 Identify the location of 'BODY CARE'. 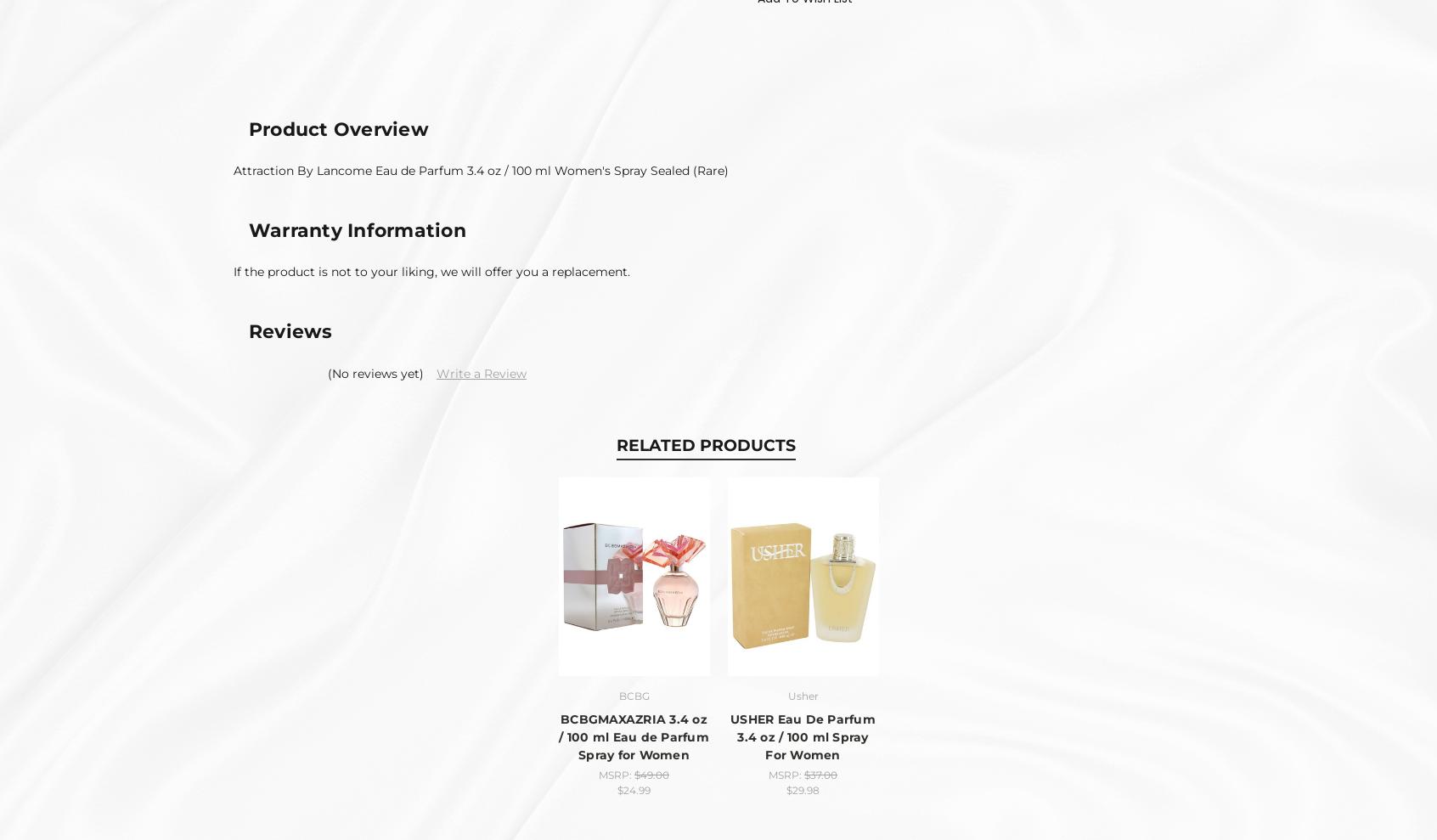
(504, 476).